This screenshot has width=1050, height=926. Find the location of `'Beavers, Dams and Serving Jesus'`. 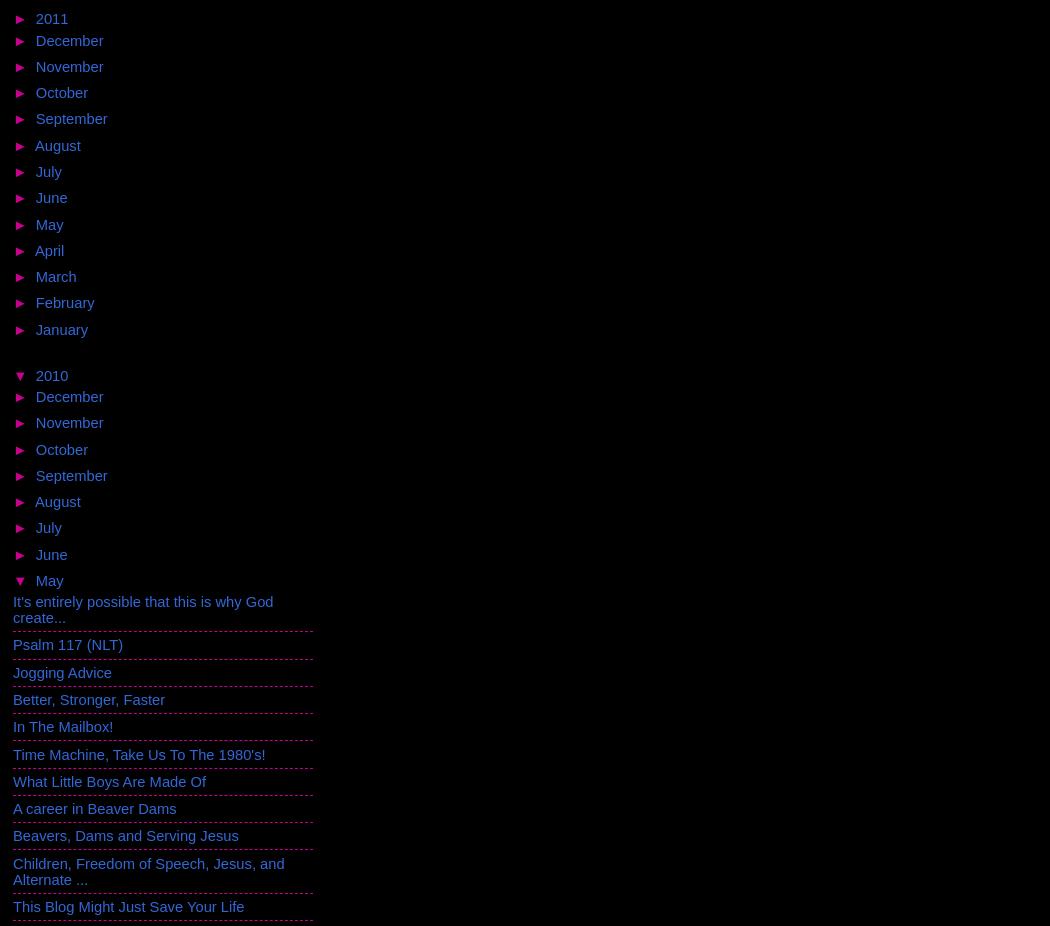

'Beavers, Dams and Serving Jesus' is located at coordinates (124, 835).